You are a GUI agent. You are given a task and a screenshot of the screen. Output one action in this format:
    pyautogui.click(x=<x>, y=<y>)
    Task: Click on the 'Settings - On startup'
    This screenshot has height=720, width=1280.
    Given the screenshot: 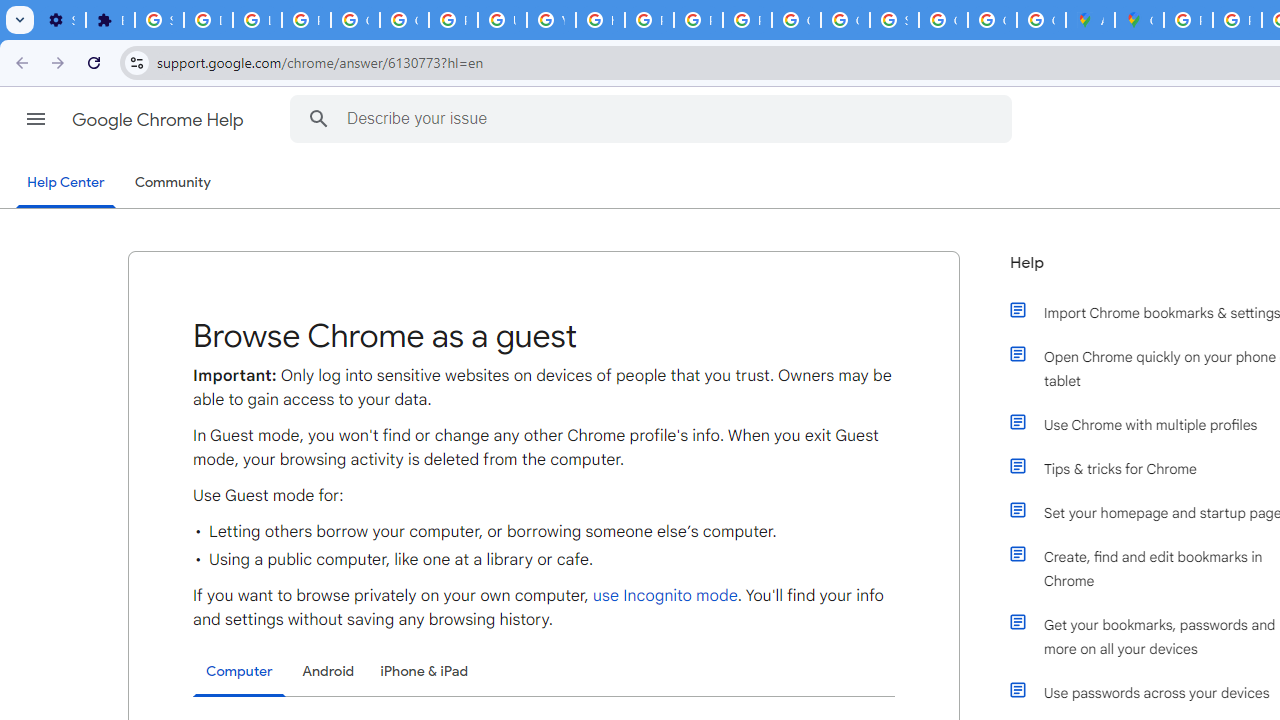 What is the action you would take?
    pyautogui.click(x=61, y=20)
    